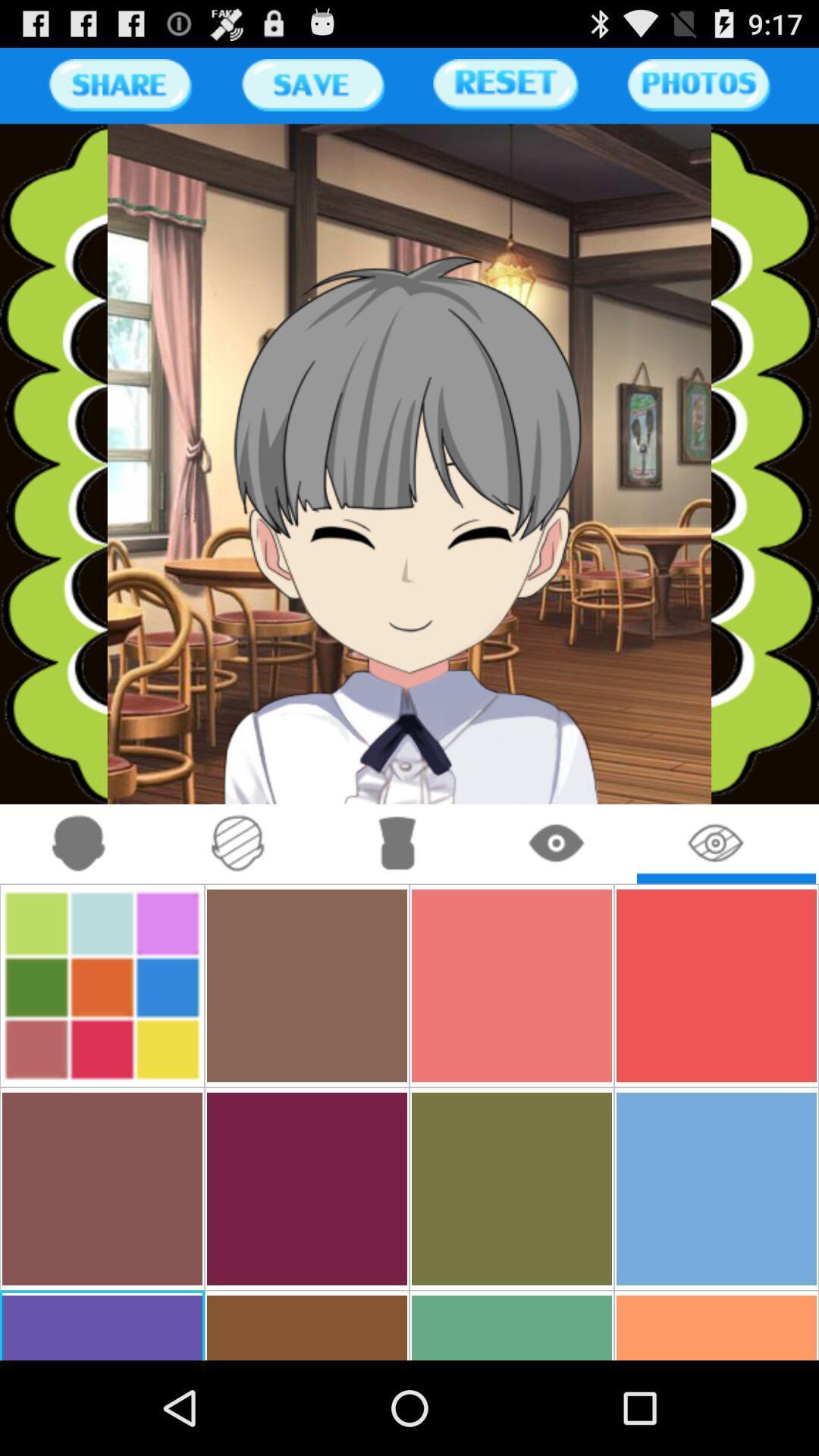  I want to click on save, so click(312, 84).